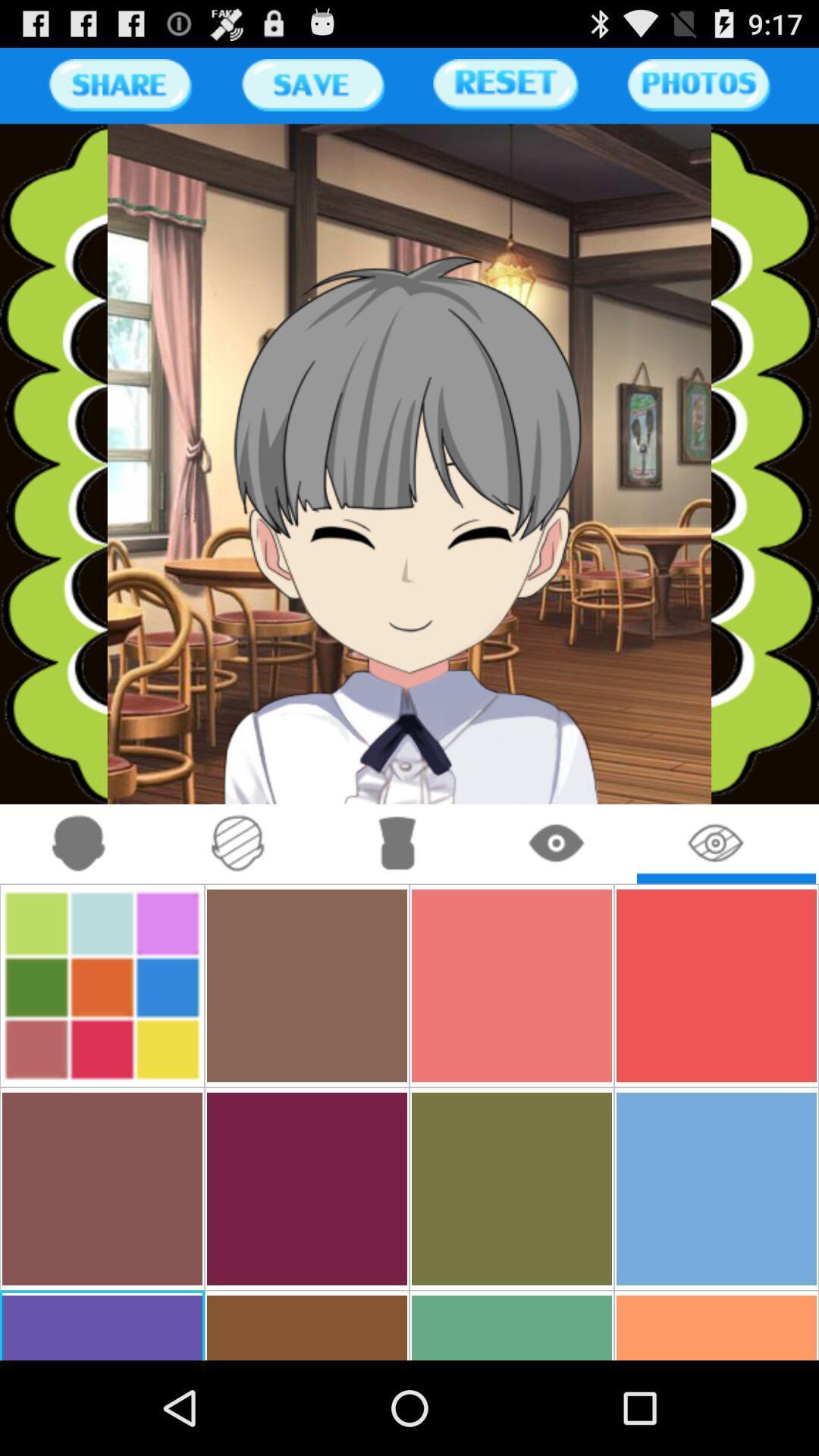  I want to click on save, so click(312, 84).